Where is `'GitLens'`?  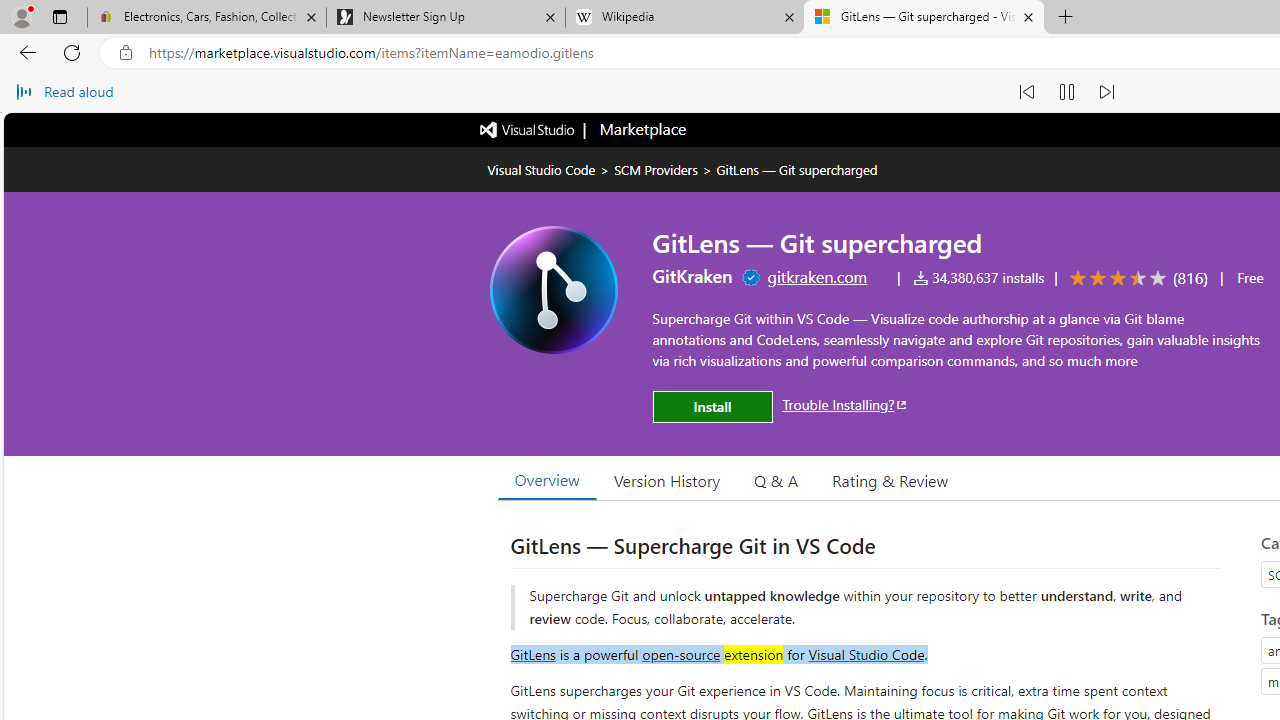 'GitLens' is located at coordinates (533, 653).